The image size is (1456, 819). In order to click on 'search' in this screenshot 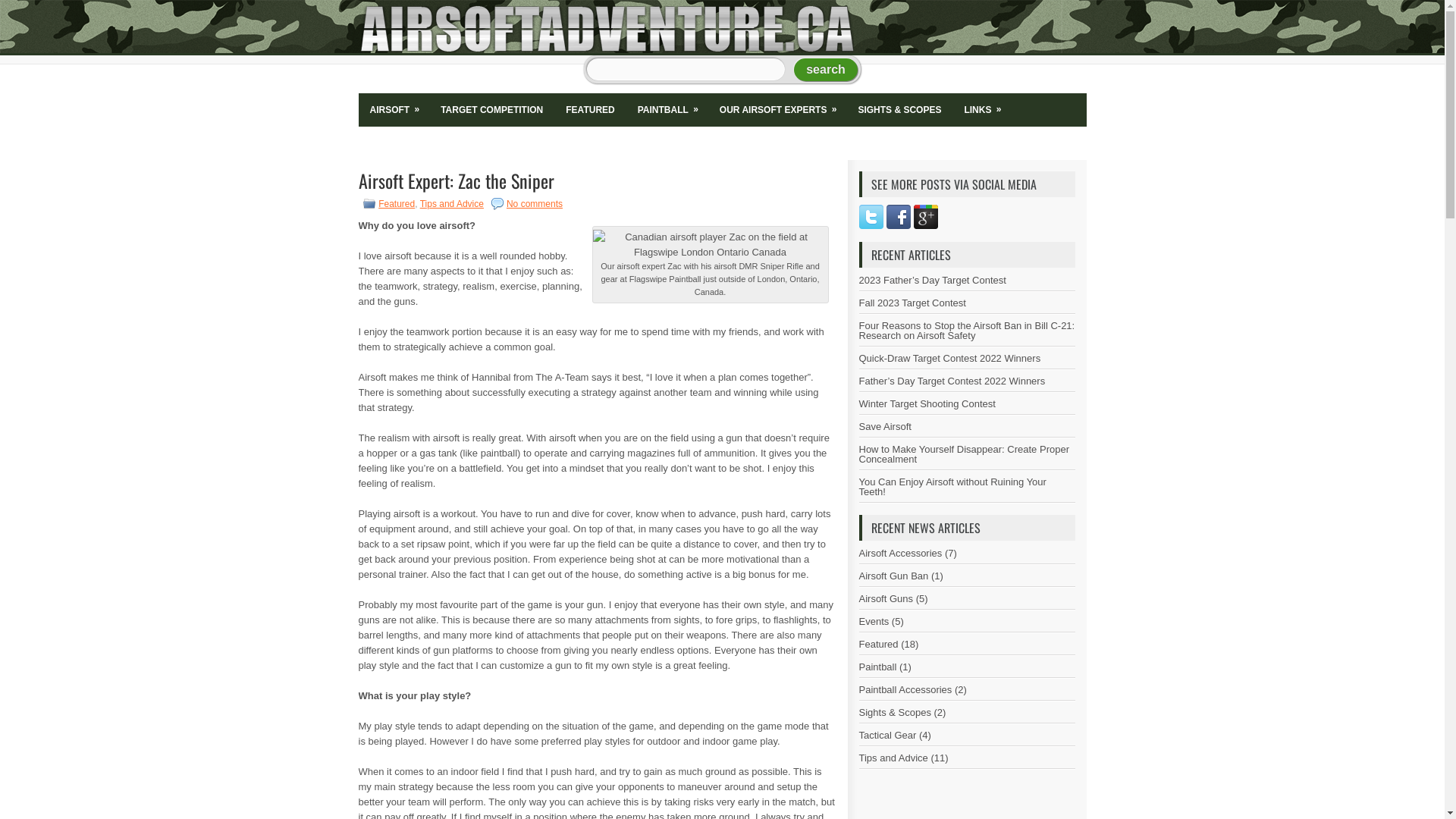, I will do `click(825, 70)`.